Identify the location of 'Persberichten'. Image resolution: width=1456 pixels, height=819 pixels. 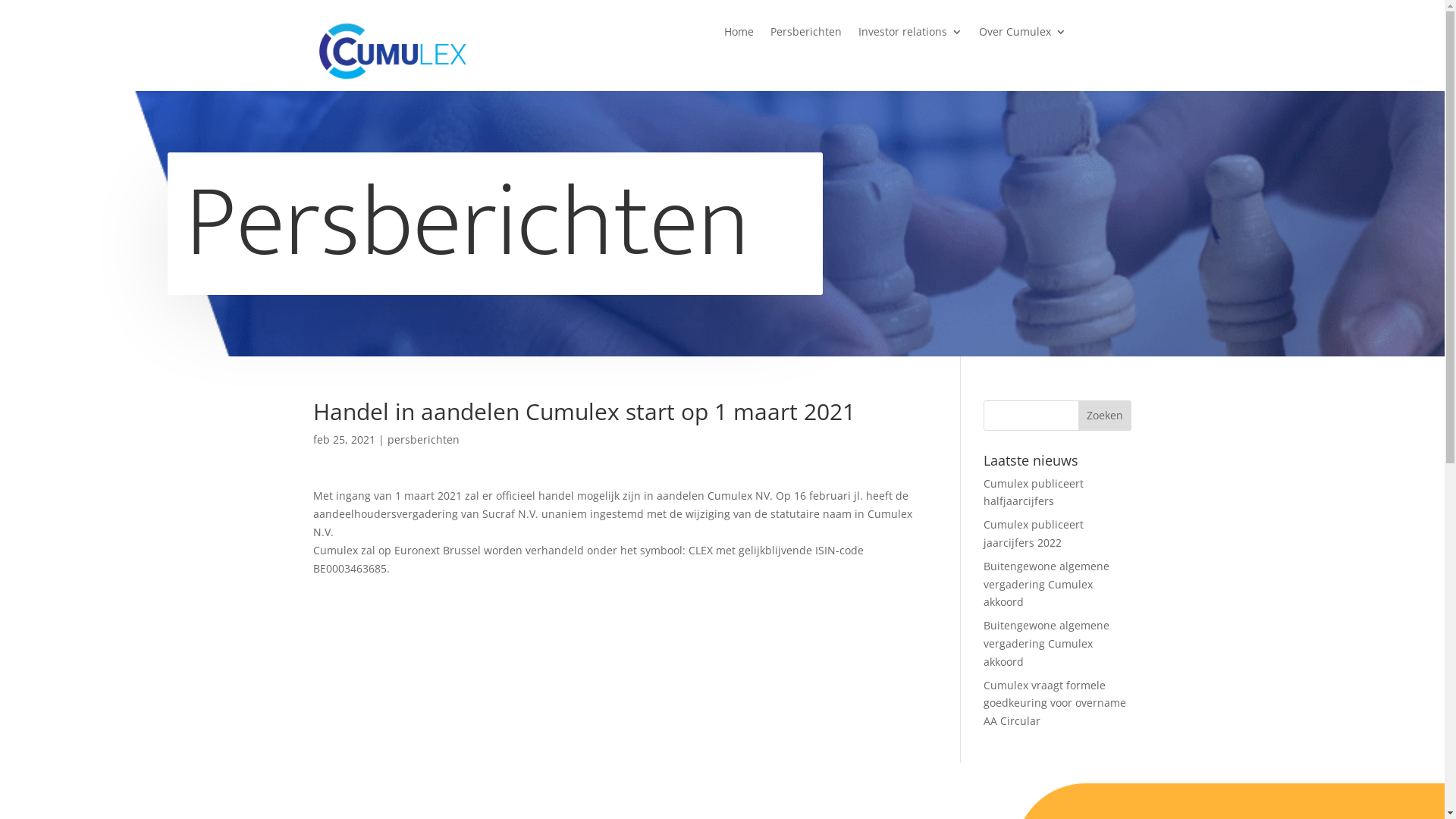
(805, 34).